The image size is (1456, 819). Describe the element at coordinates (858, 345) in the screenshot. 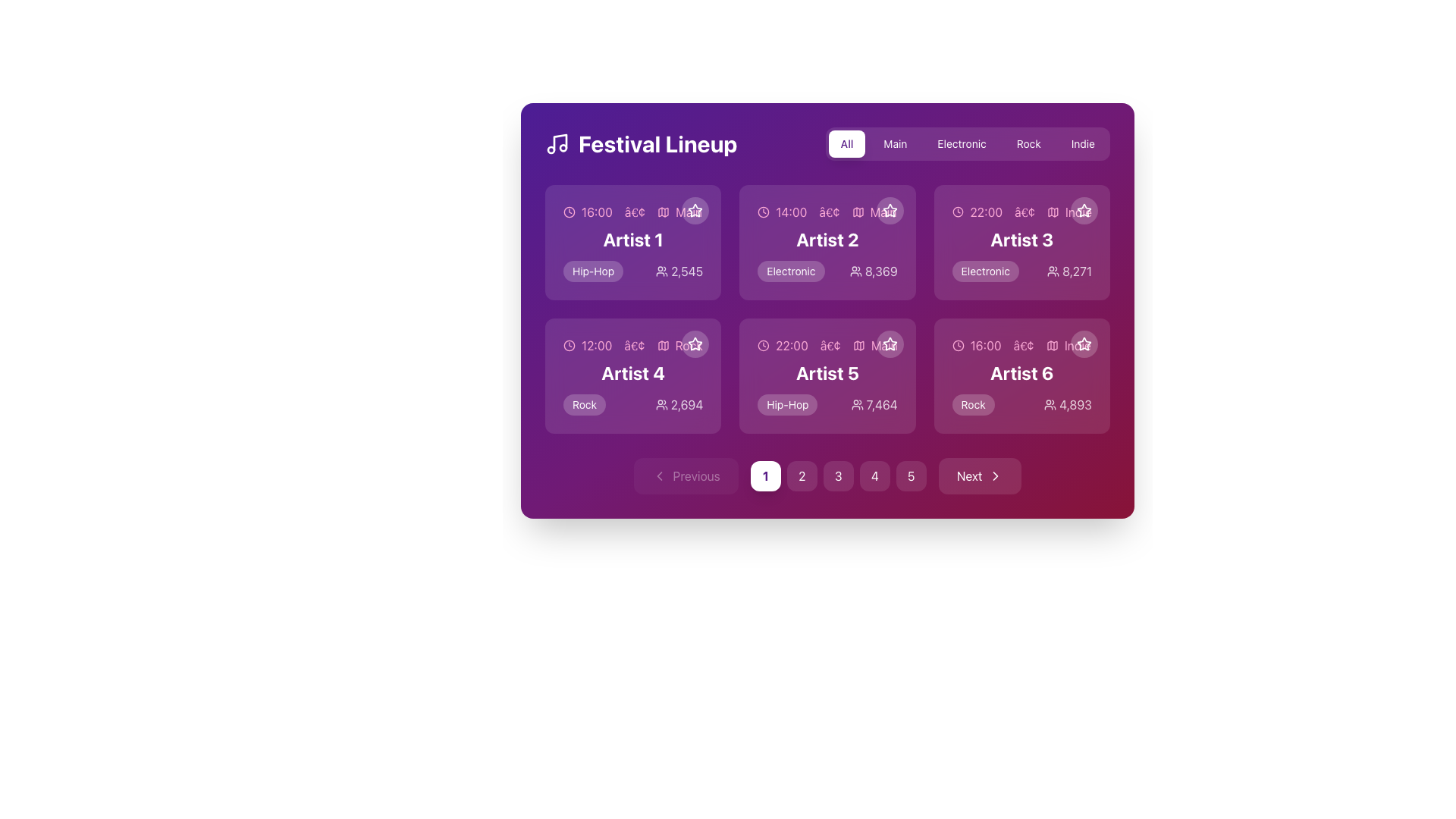

I see `the small map icon located between the time '22:00' and the word 'main' in the 'Artist 5' card` at that location.